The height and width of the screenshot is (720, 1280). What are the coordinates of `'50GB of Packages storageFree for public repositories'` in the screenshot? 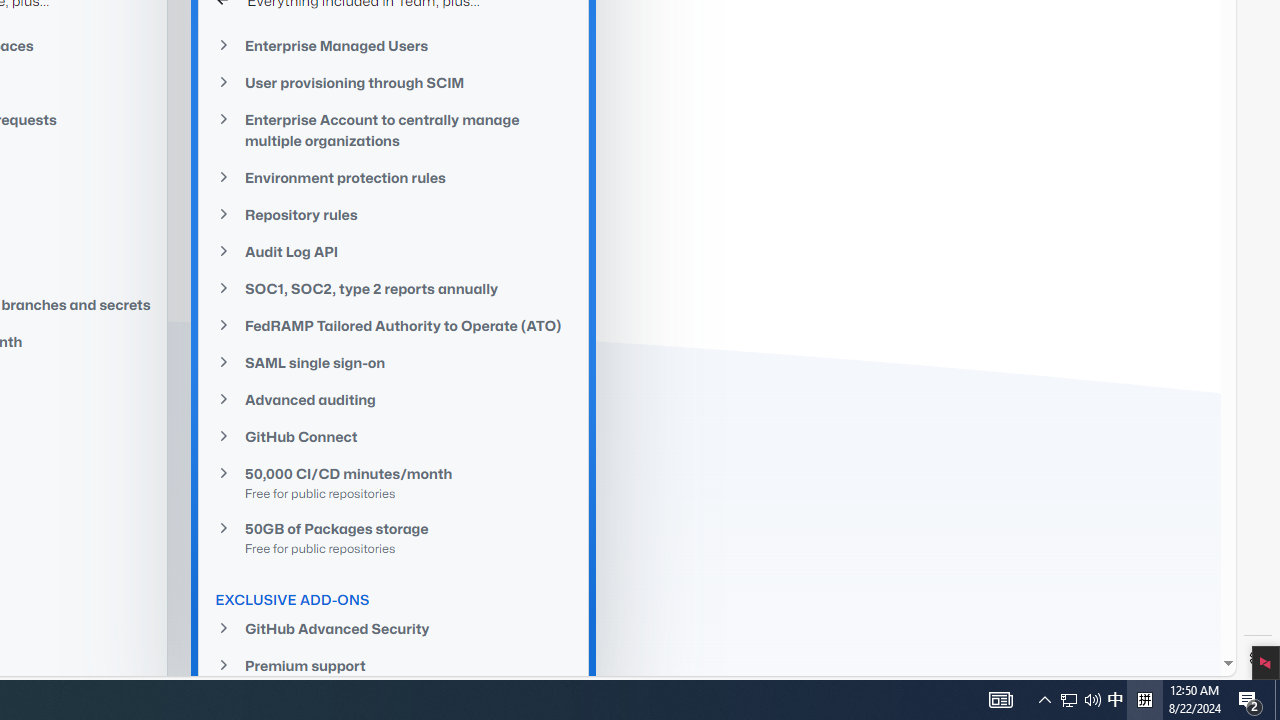 It's located at (394, 536).